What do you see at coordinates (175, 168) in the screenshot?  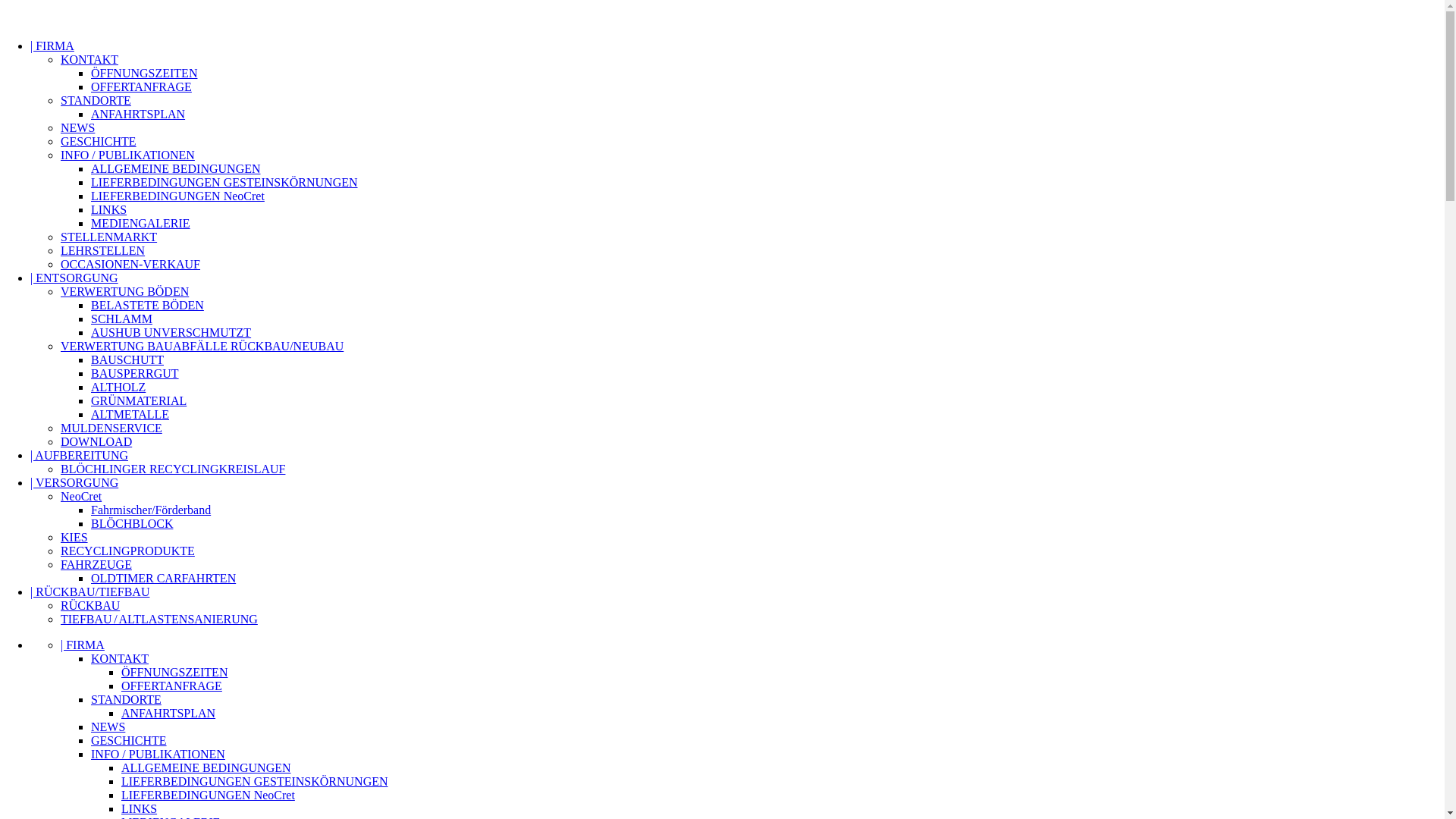 I see `'ALLGEMEINE BEDINGUNGEN'` at bounding box center [175, 168].